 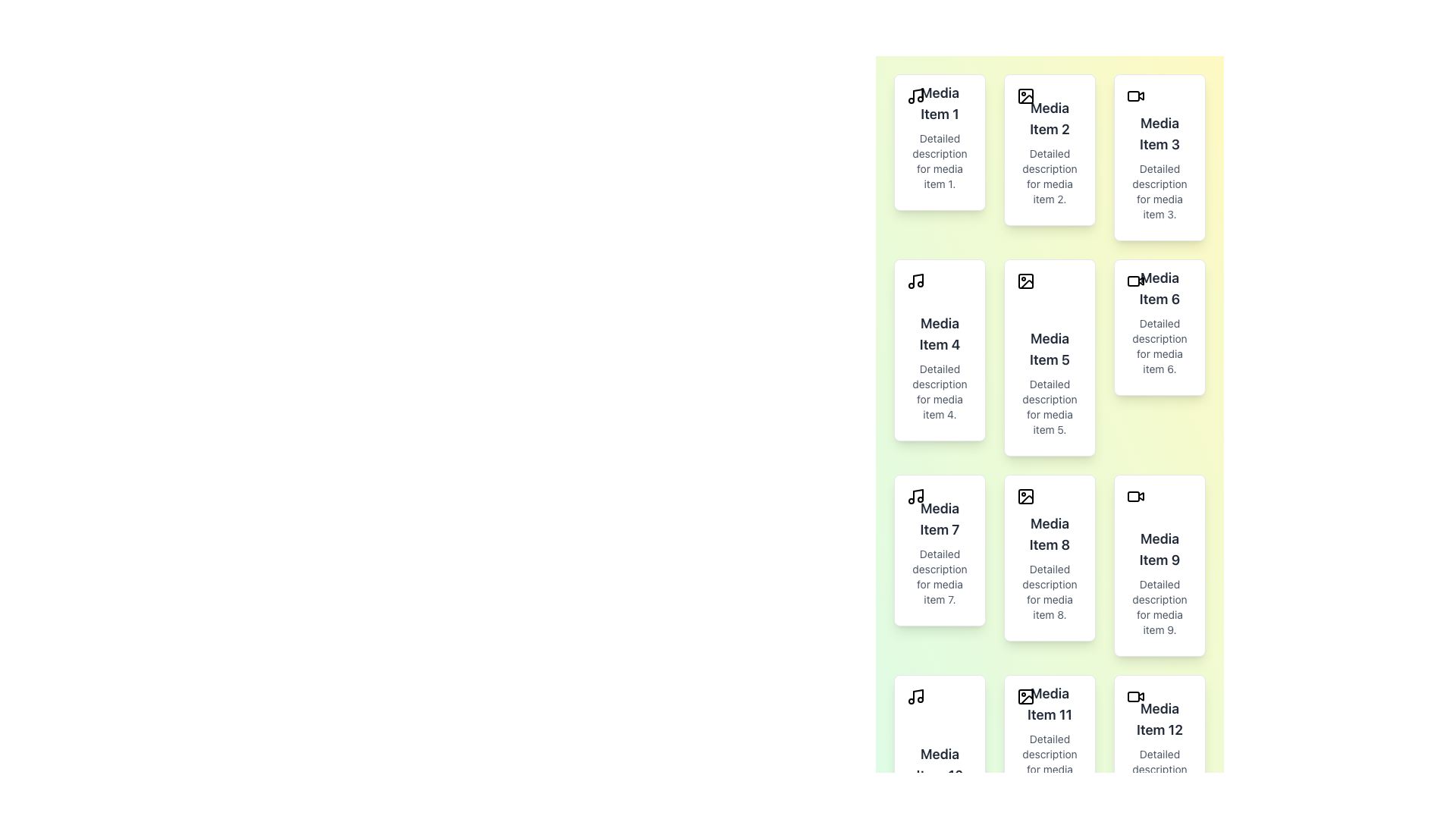 What do you see at coordinates (1026, 281) in the screenshot?
I see `the icon resembling an image frame with a mountain and a sun, located at the top-left corner inside the card representing 'Media Item 5'` at bounding box center [1026, 281].